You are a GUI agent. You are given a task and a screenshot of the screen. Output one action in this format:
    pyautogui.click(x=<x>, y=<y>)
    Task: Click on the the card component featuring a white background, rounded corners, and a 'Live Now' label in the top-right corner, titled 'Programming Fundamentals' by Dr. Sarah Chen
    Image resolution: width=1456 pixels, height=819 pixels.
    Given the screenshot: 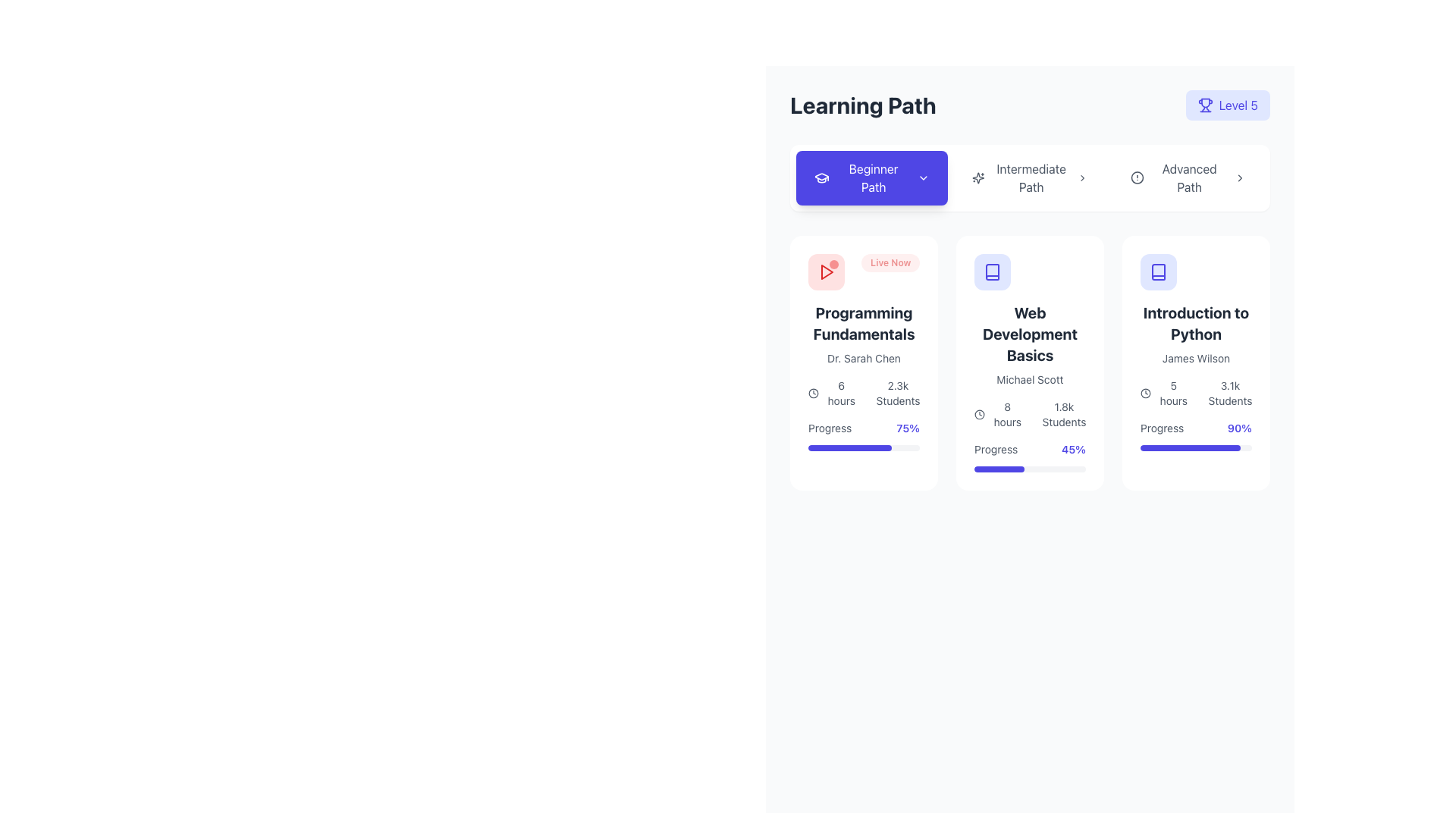 What is the action you would take?
    pyautogui.click(x=864, y=362)
    